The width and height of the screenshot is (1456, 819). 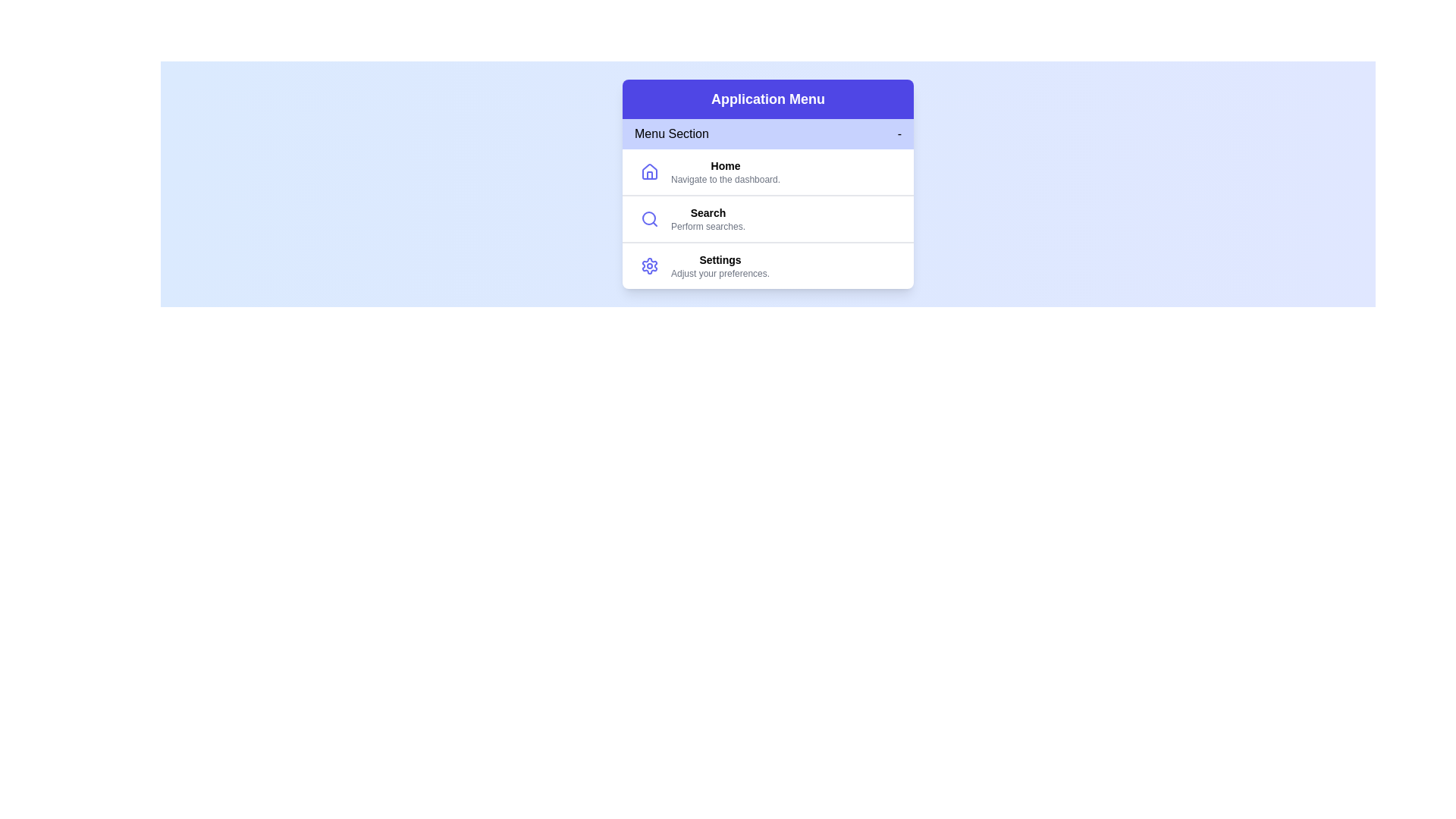 What do you see at coordinates (650, 219) in the screenshot?
I see `the icon representing Search to inspect it` at bounding box center [650, 219].